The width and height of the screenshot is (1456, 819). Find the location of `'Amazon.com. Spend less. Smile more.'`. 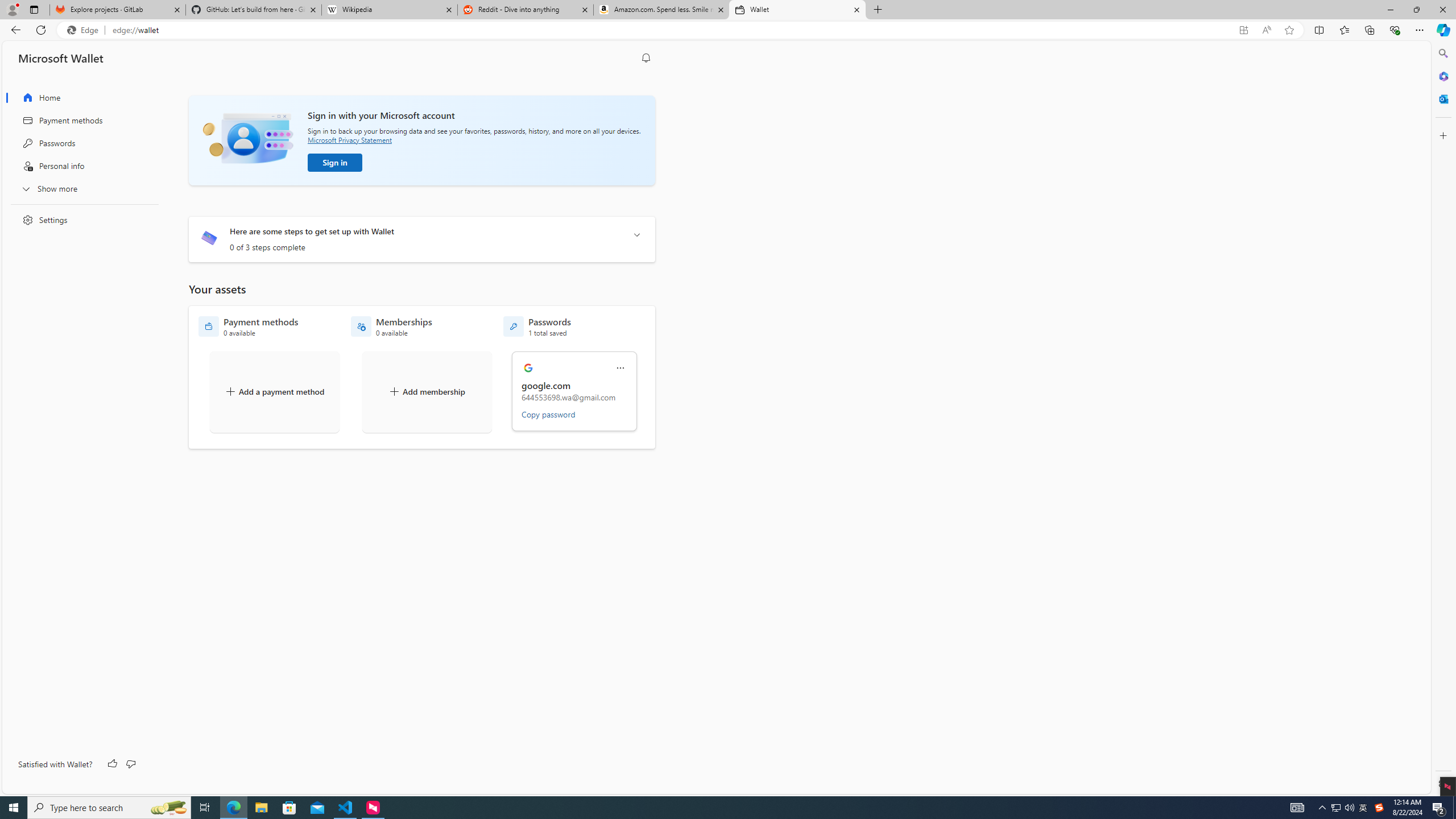

'Amazon.com. Spend less. Smile more.' is located at coordinates (660, 9).